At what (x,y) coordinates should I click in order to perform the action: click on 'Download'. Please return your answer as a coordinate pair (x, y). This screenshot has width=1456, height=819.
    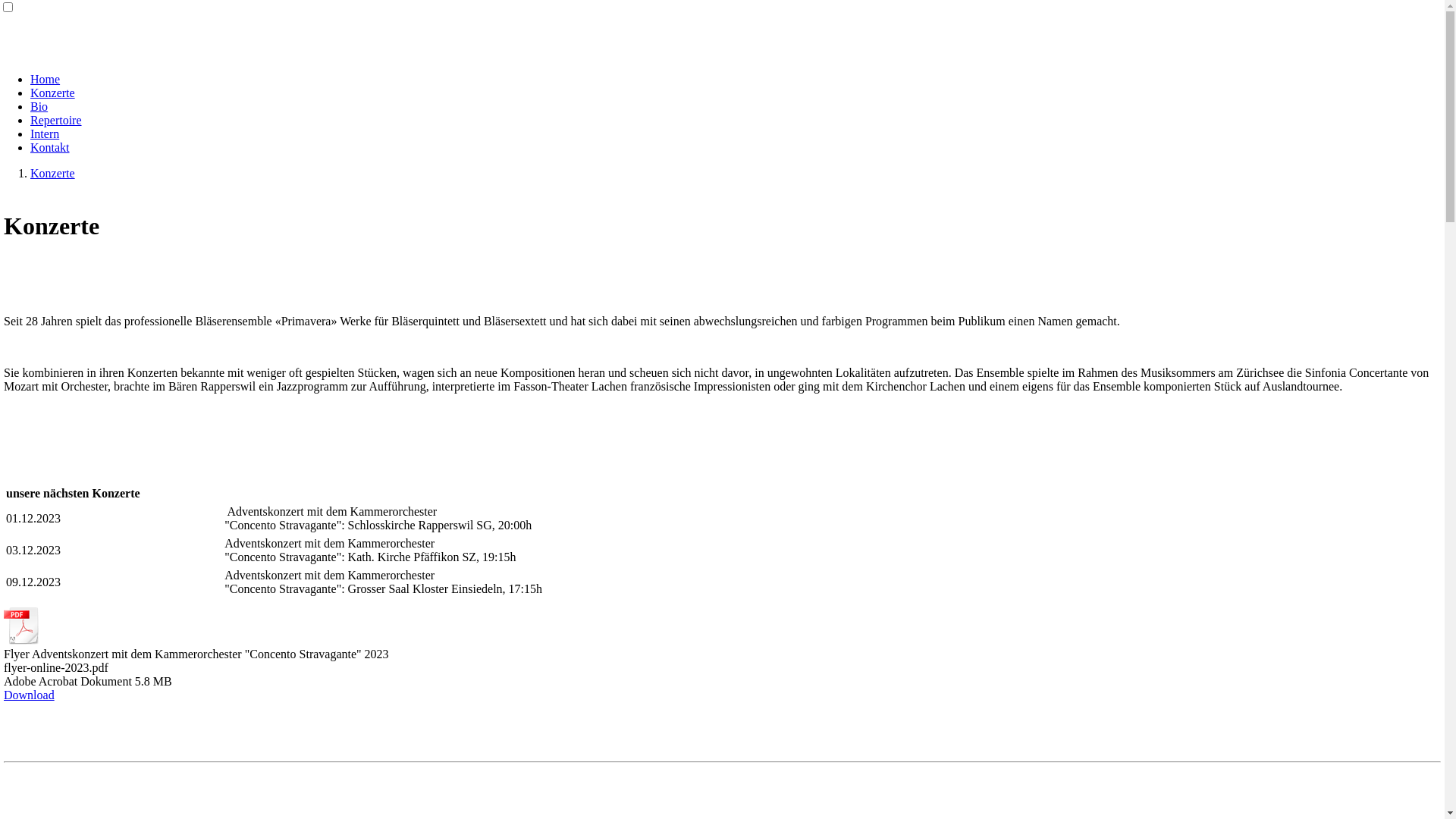
    Looking at the image, I should click on (29, 695).